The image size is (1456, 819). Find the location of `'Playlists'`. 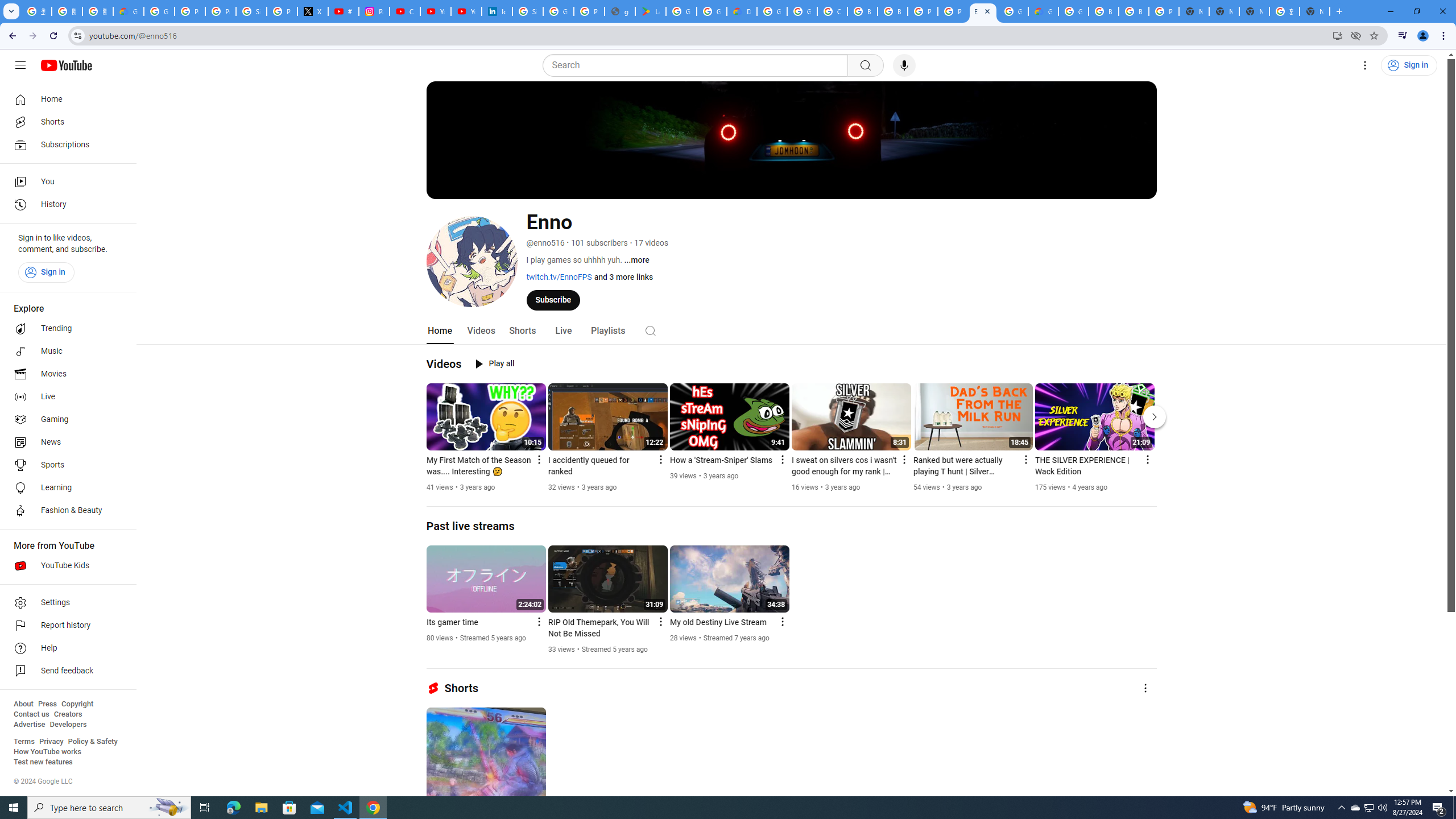

'Playlists' is located at coordinates (607, 330).